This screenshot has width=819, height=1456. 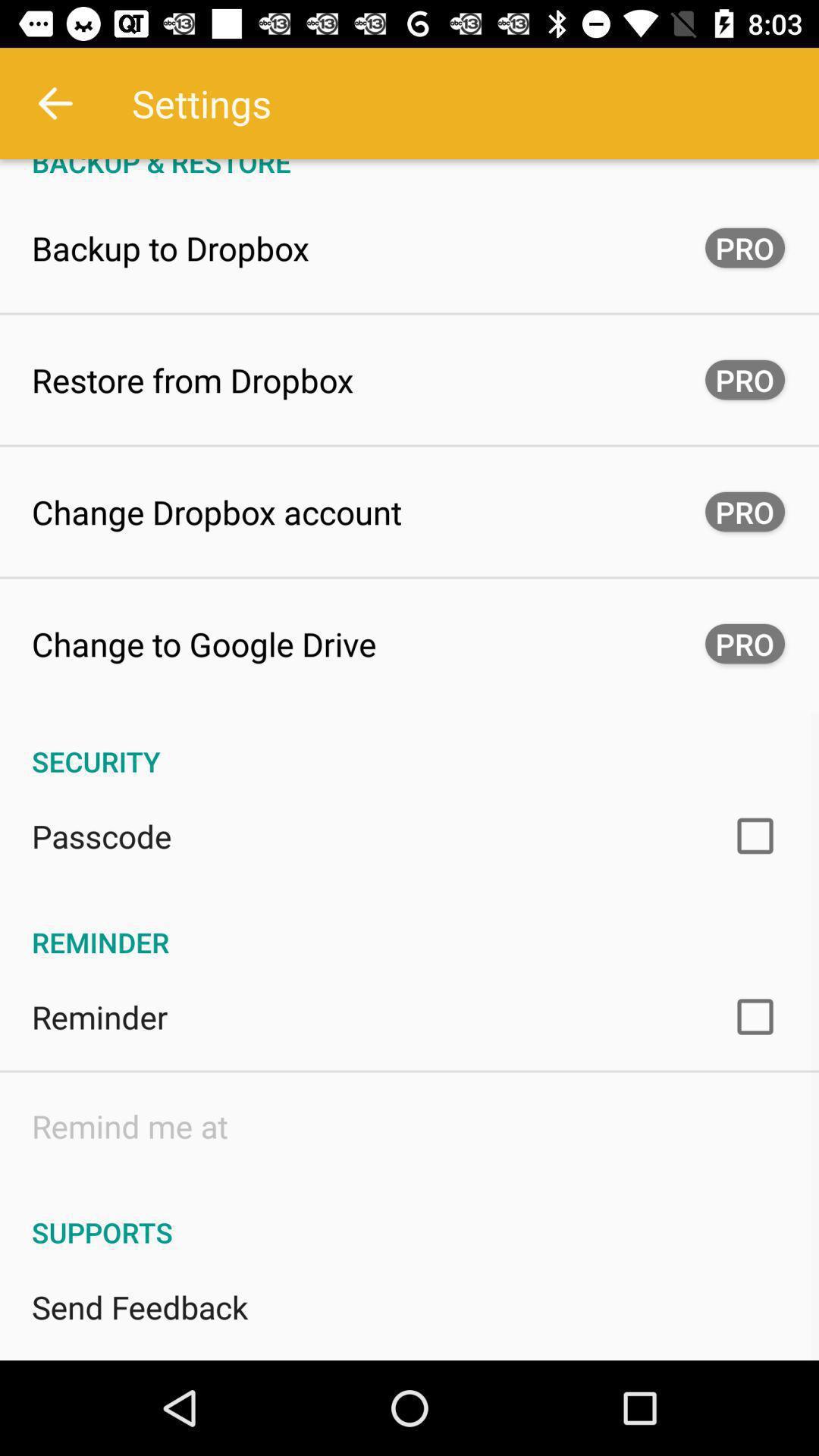 I want to click on the app below the security, so click(x=102, y=835).